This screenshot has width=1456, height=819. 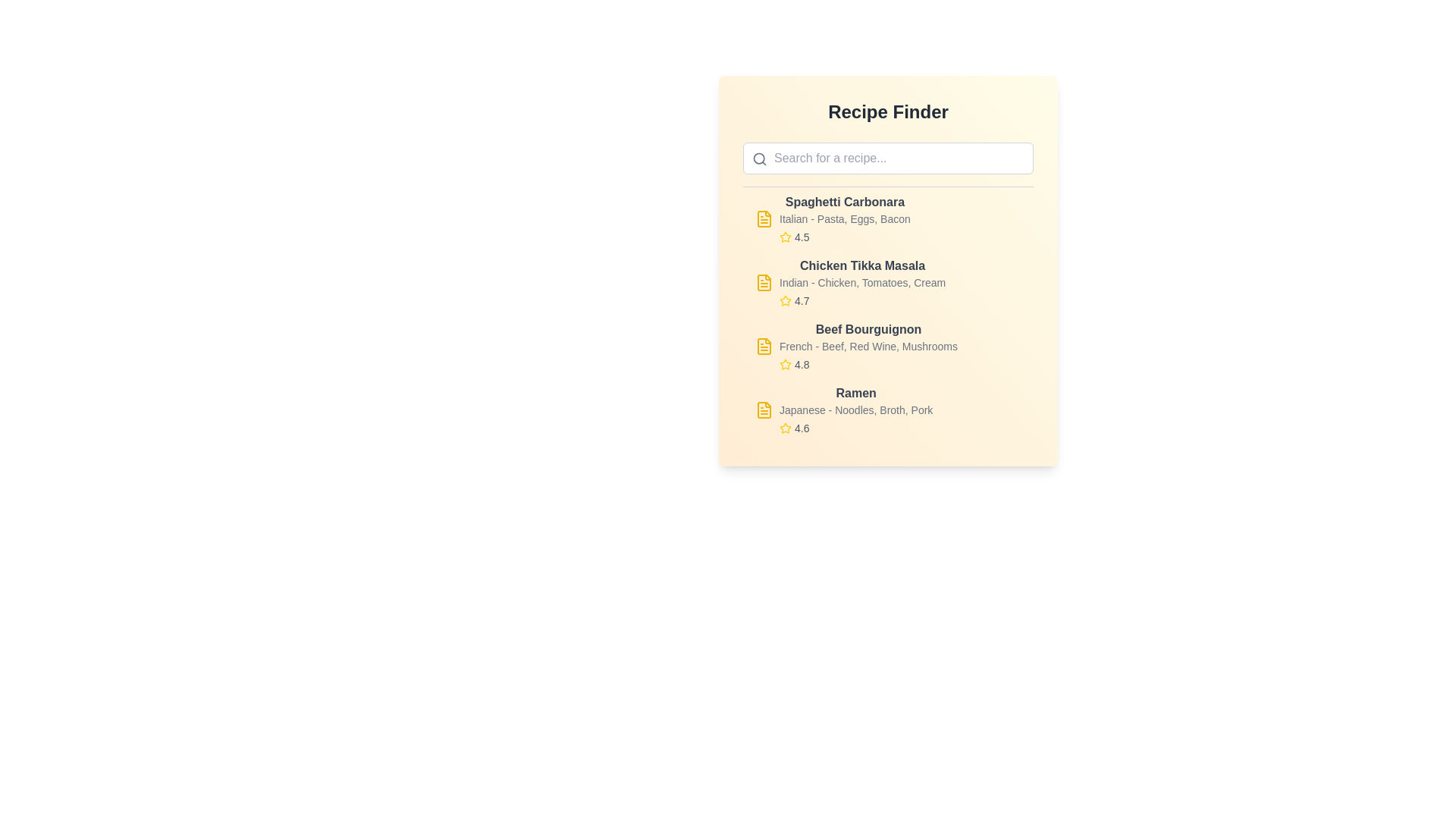 I want to click on the yellow star icon that indicates the quality rating for the fourth item ('Ramen') in the recipe list, so click(x=786, y=428).